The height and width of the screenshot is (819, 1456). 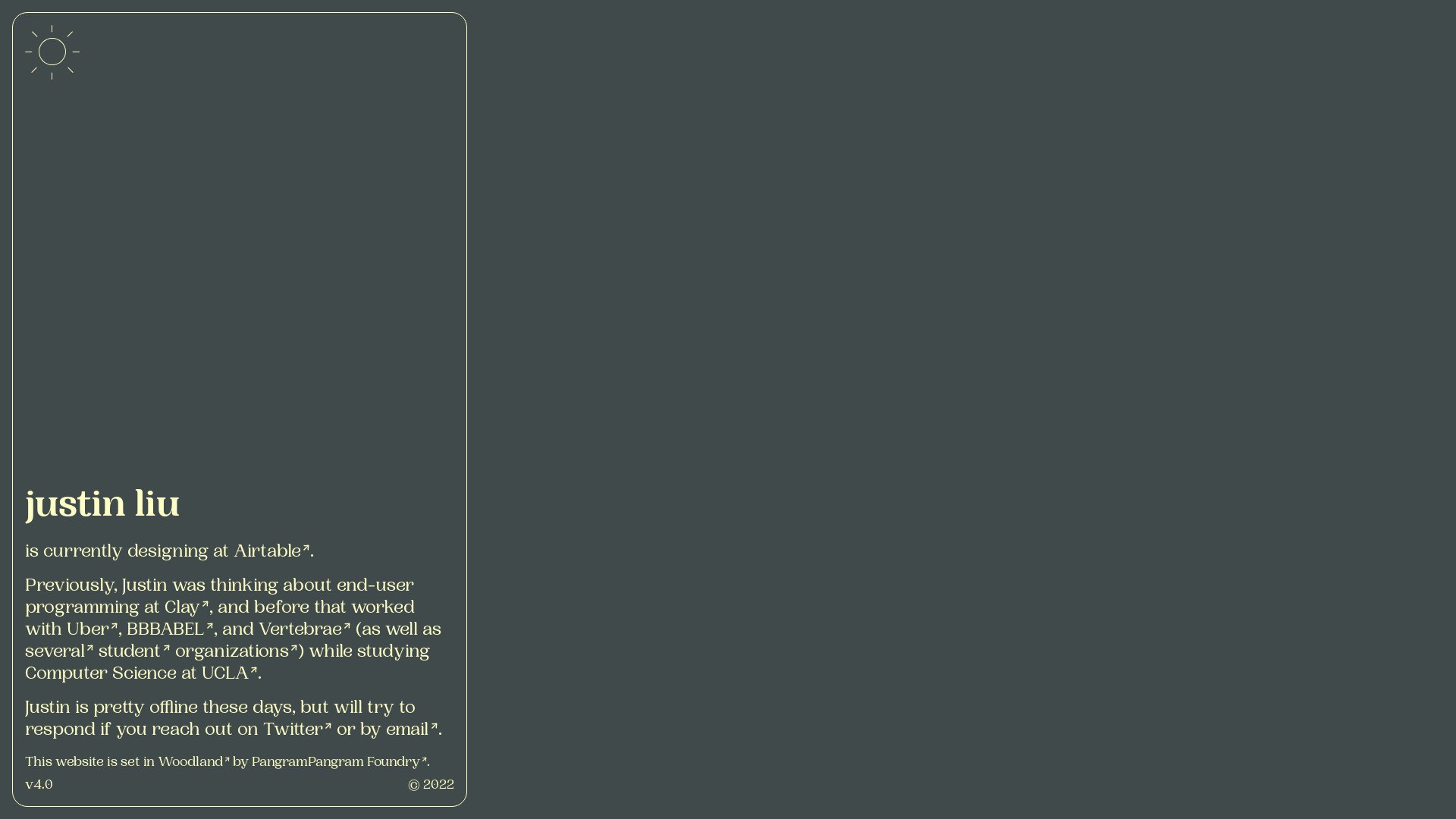 I want to click on 'UCLA', so click(x=228, y=674).